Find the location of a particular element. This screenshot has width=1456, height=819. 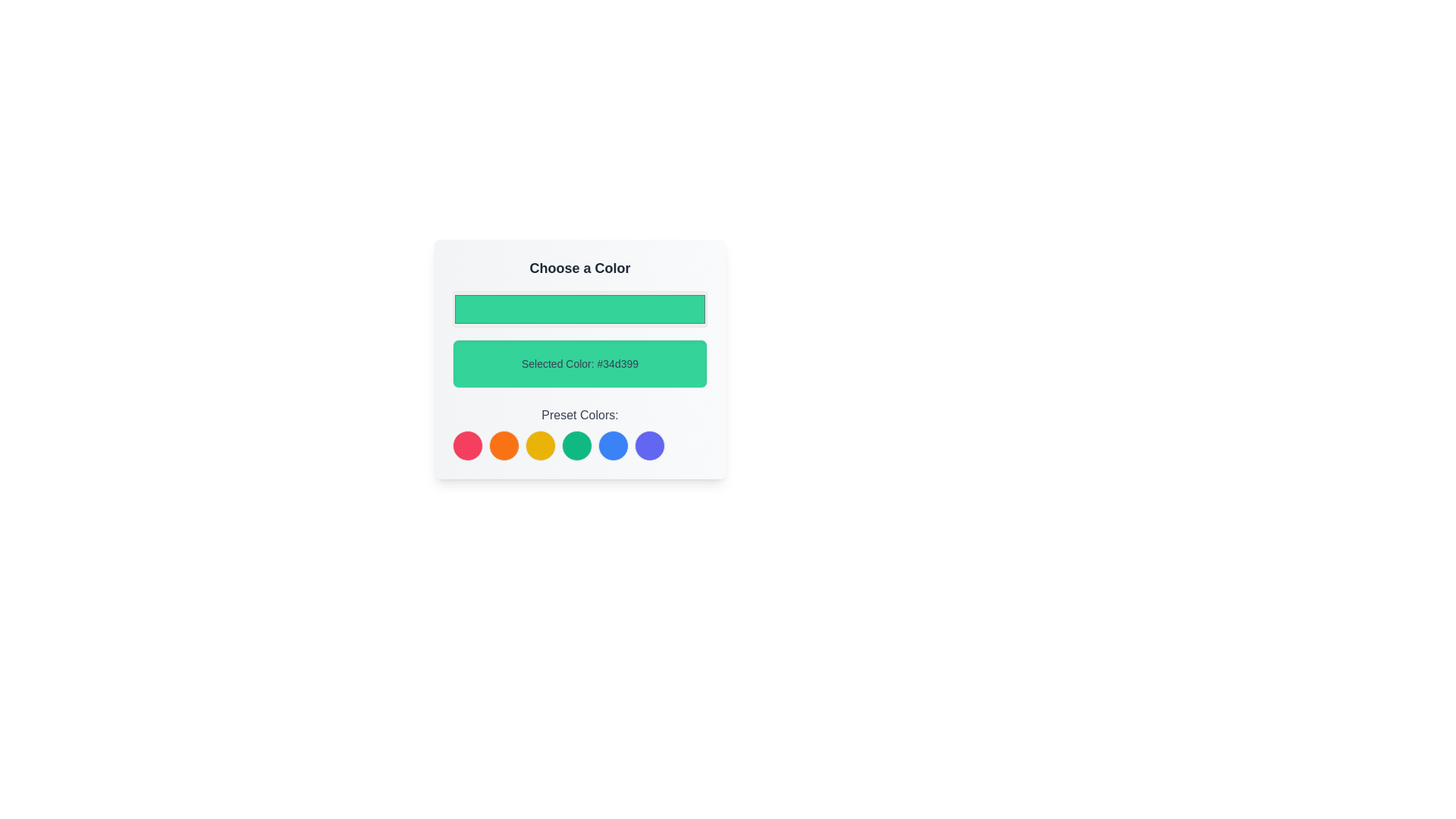

the text label that indicates the section contains preset color options, which is positioned above the row of circular color options is located at coordinates (579, 415).